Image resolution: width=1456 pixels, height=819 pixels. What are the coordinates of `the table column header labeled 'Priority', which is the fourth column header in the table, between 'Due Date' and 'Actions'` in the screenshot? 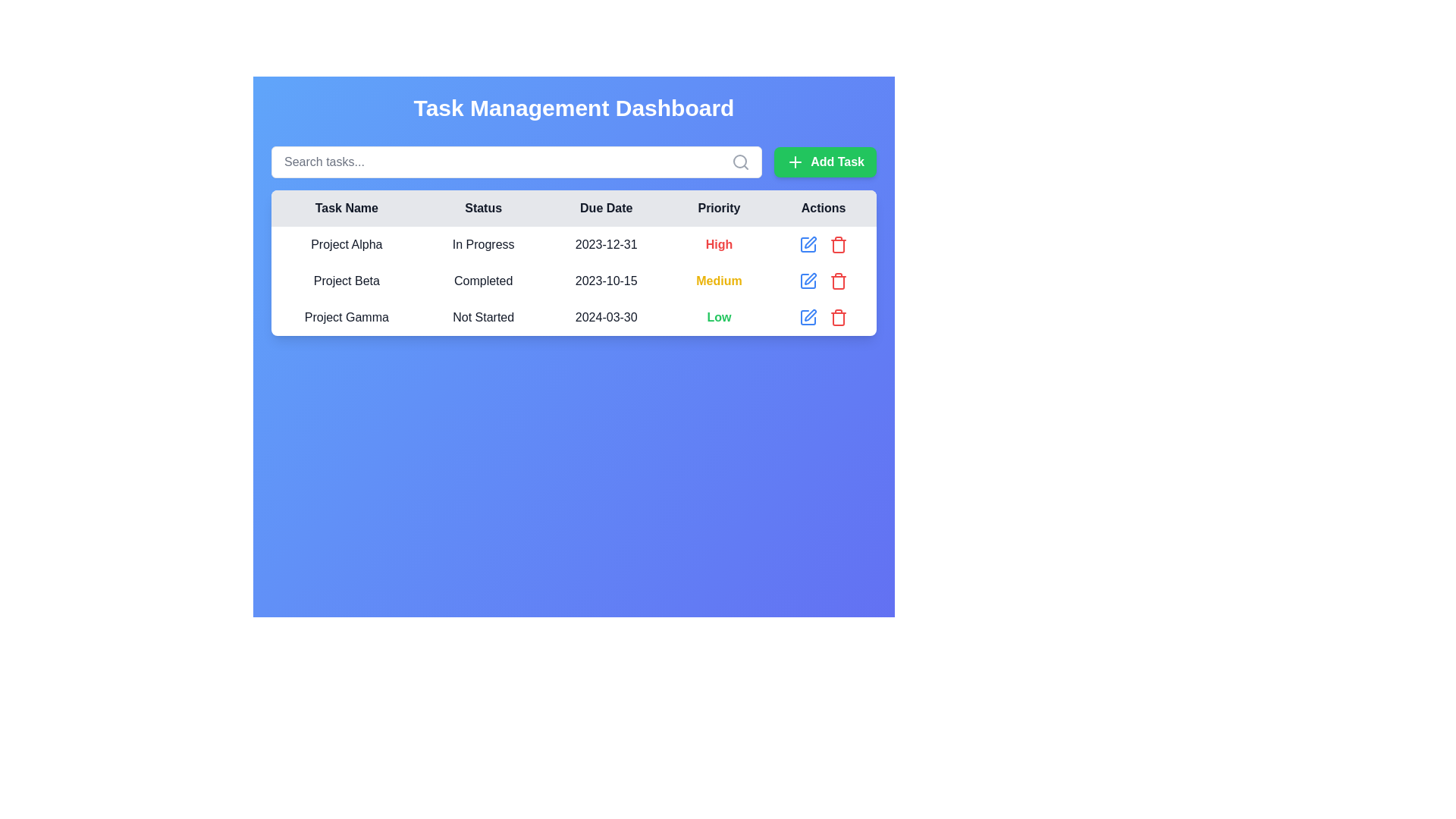 It's located at (718, 208).